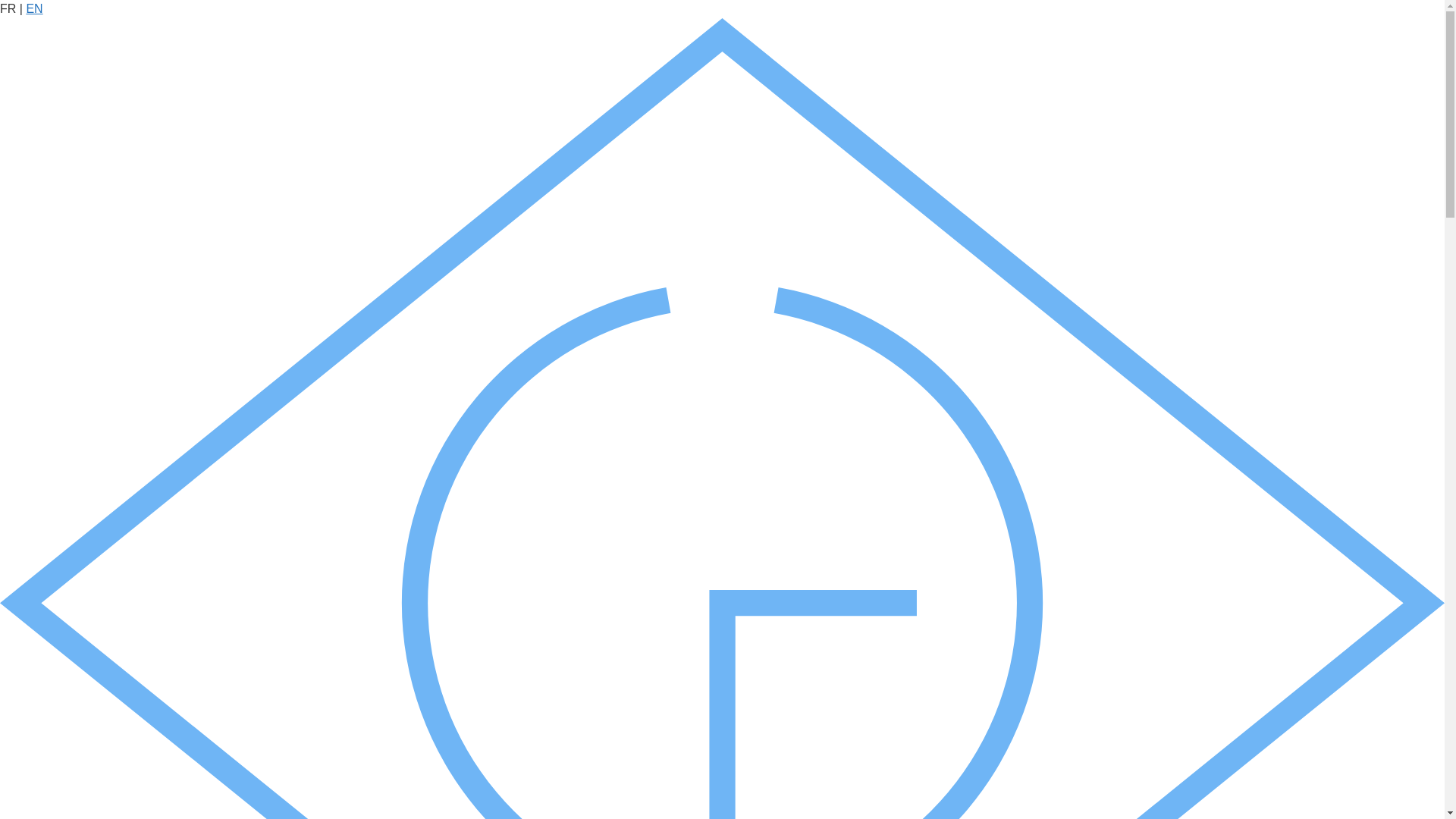 The image size is (1456, 819). I want to click on 'EN', so click(25, 8).